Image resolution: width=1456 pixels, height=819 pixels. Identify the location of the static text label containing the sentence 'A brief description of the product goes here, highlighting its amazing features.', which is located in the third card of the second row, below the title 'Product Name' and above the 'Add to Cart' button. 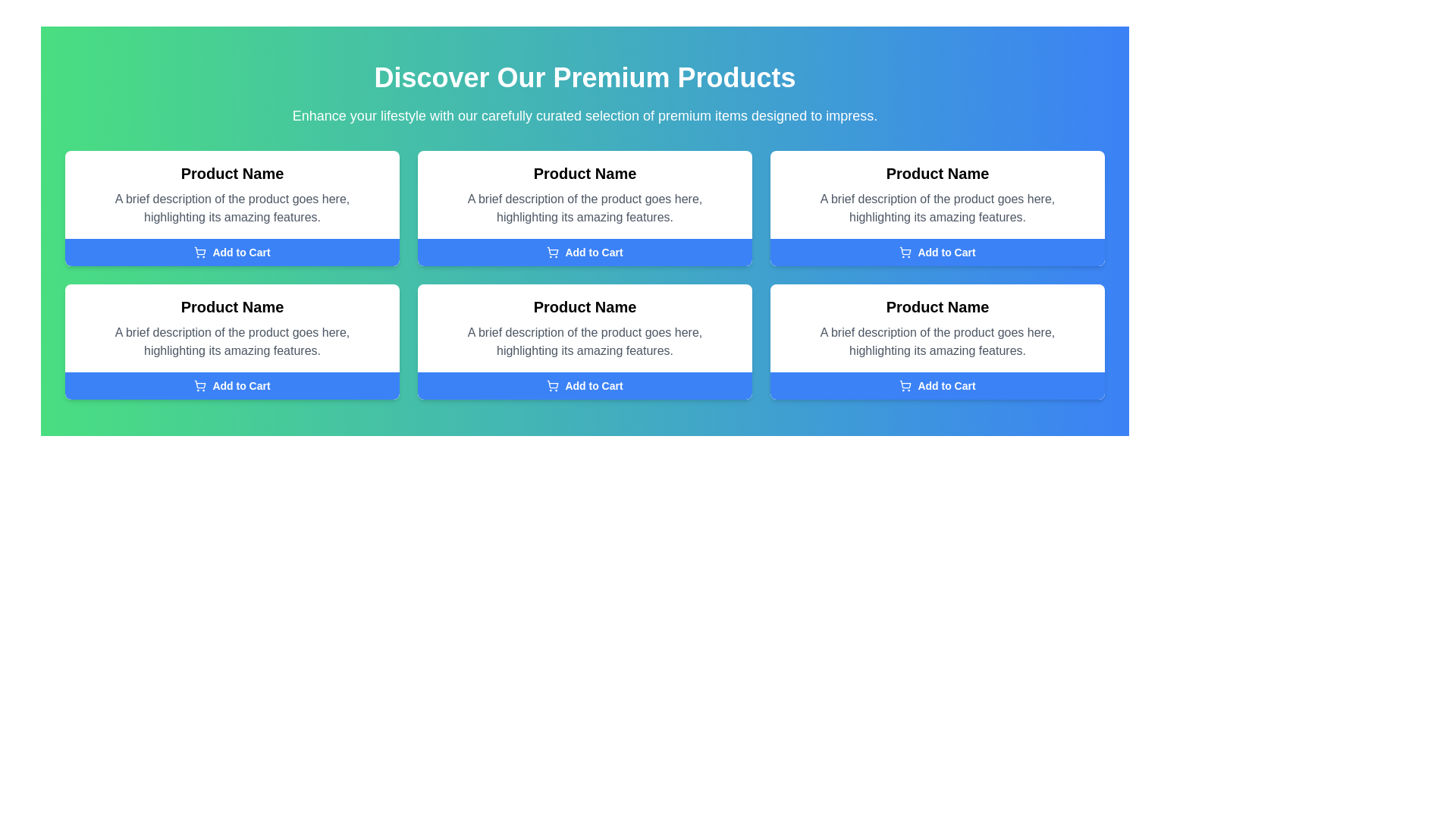
(937, 342).